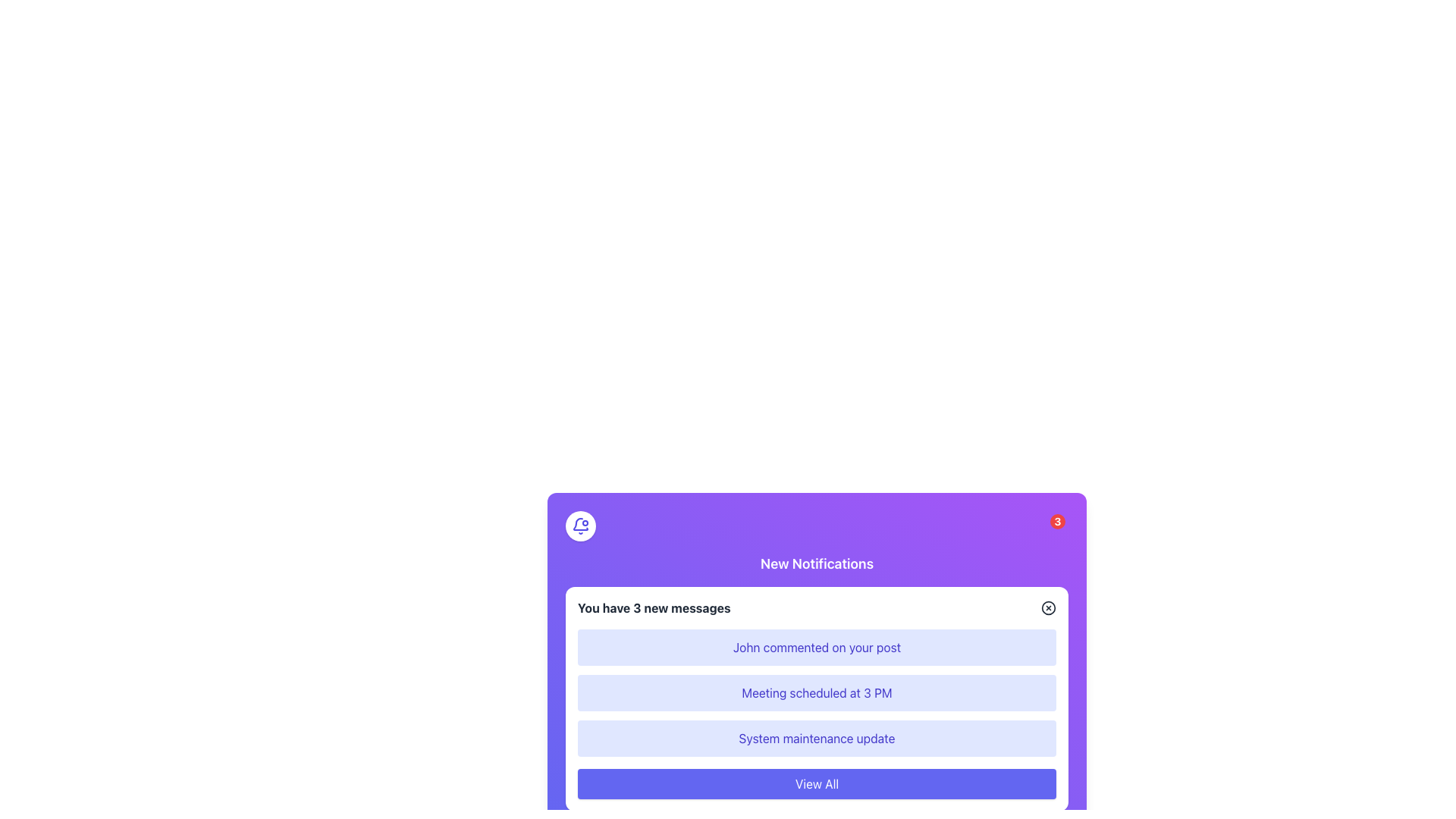 The image size is (1456, 819). Describe the element at coordinates (816, 783) in the screenshot. I see `the notification button located at the bottom of the notification panel` at that location.